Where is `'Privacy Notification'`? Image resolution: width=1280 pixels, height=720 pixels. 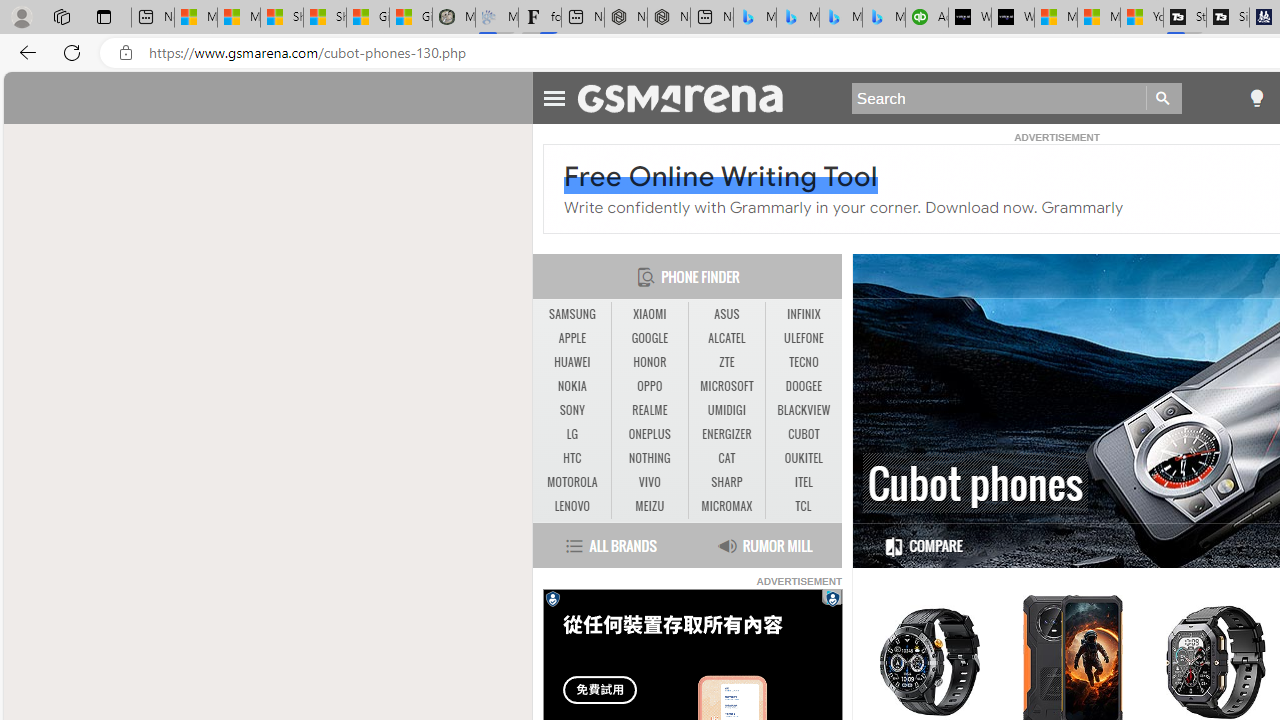 'Privacy Notification' is located at coordinates (552, 598).